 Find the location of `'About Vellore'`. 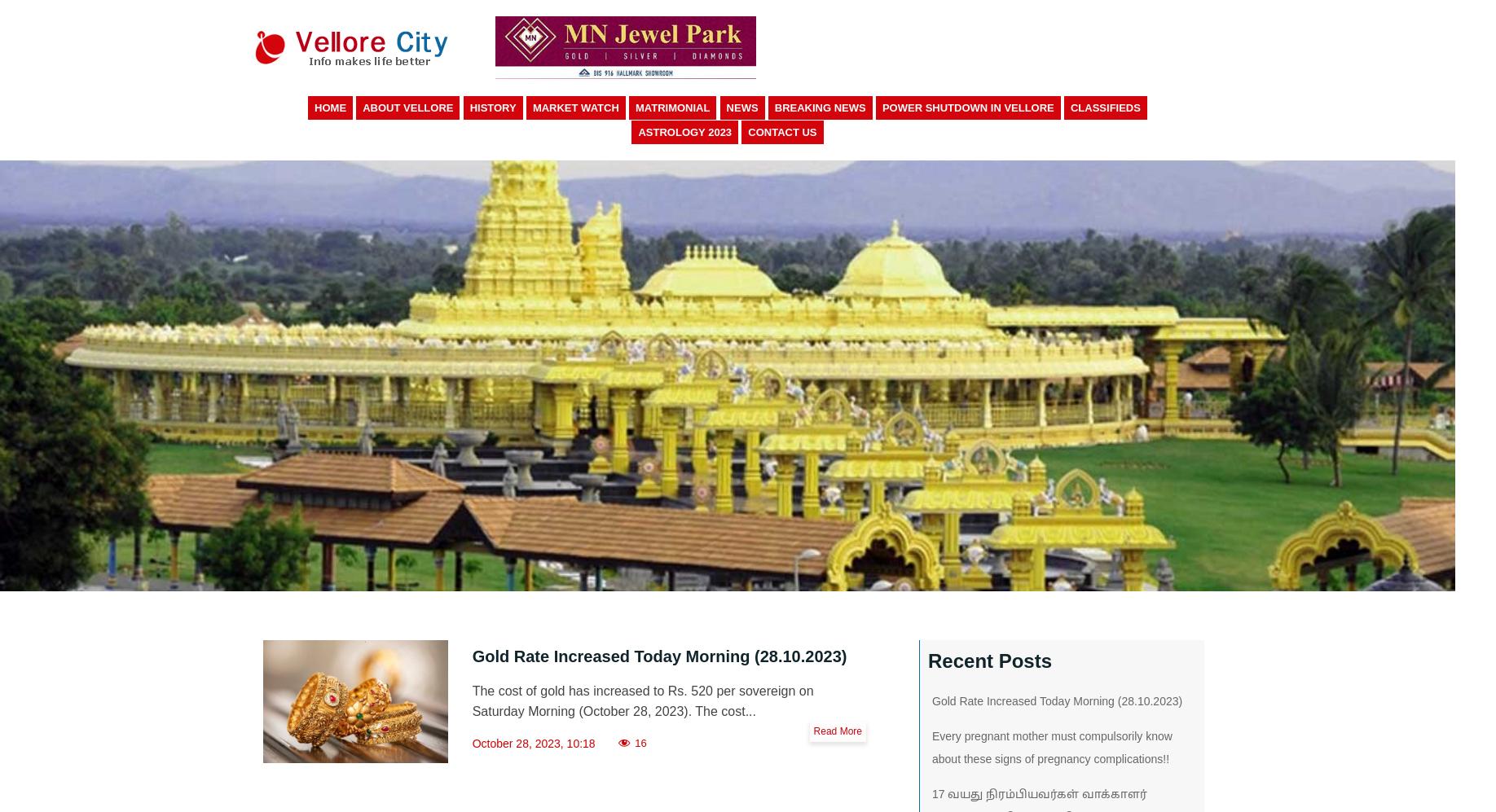

'About Vellore' is located at coordinates (407, 108).